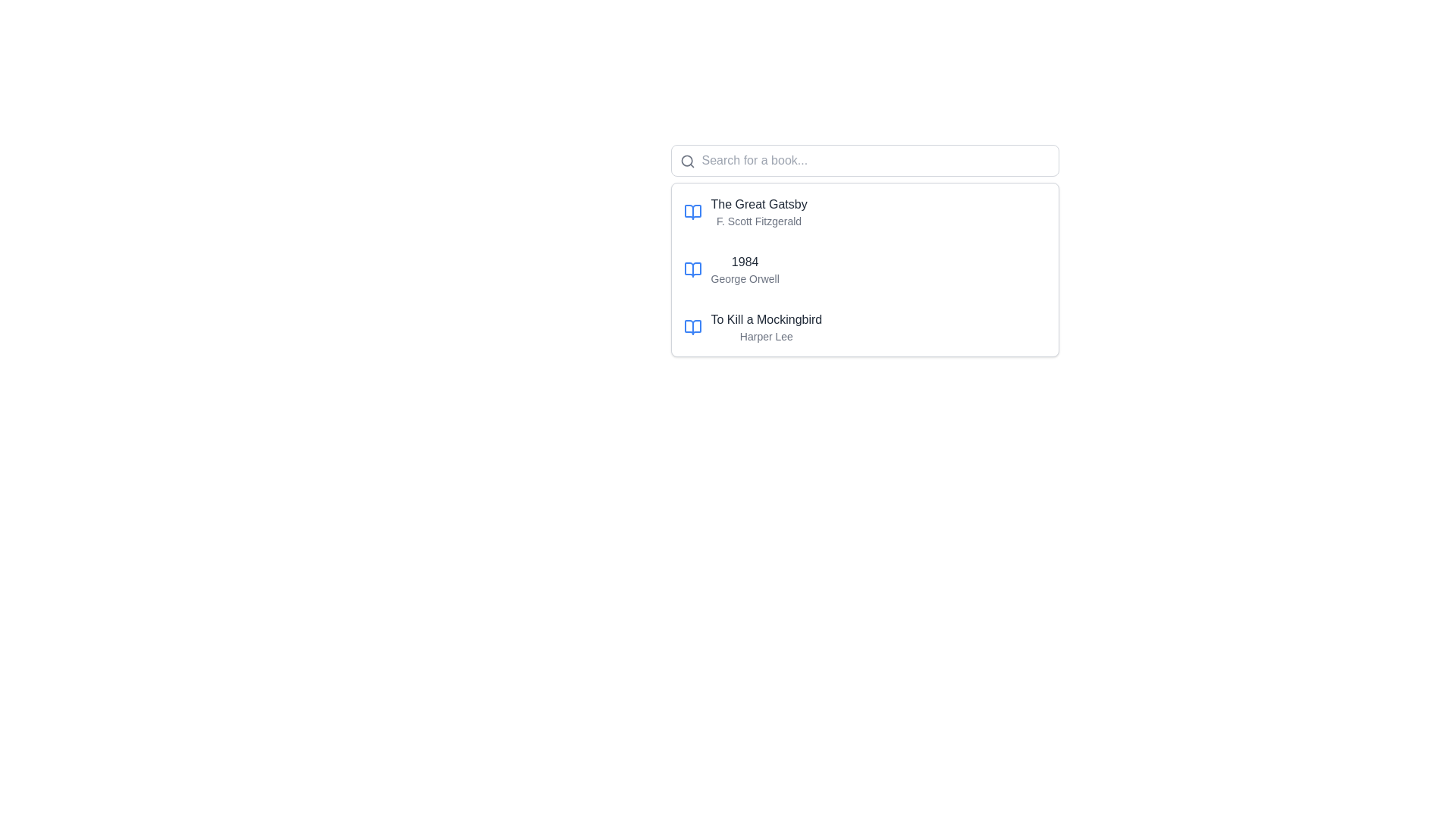 This screenshot has height=819, width=1456. What do you see at coordinates (766, 335) in the screenshot?
I see `the text label displaying 'Harper Lee', which is located below the title 'To Kill a Mockingbird' in the vertical list of books` at bounding box center [766, 335].